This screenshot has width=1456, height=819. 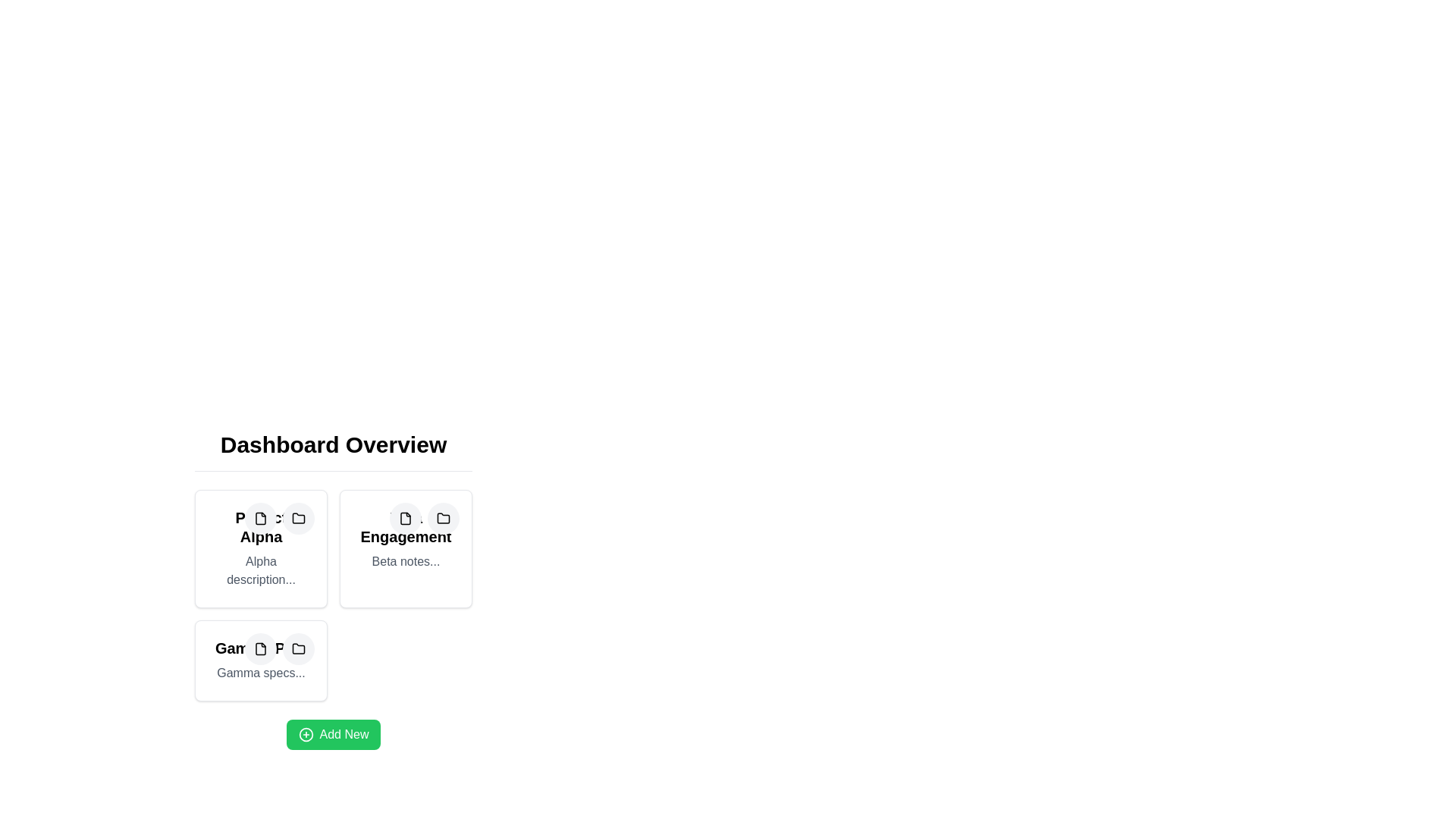 What do you see at coordinates (406, 549) in the screenshot?
I see `the 'Beta Engagement' project card located in the second column of the first row to activate additional visual effects` at bounding box center [406, 549].